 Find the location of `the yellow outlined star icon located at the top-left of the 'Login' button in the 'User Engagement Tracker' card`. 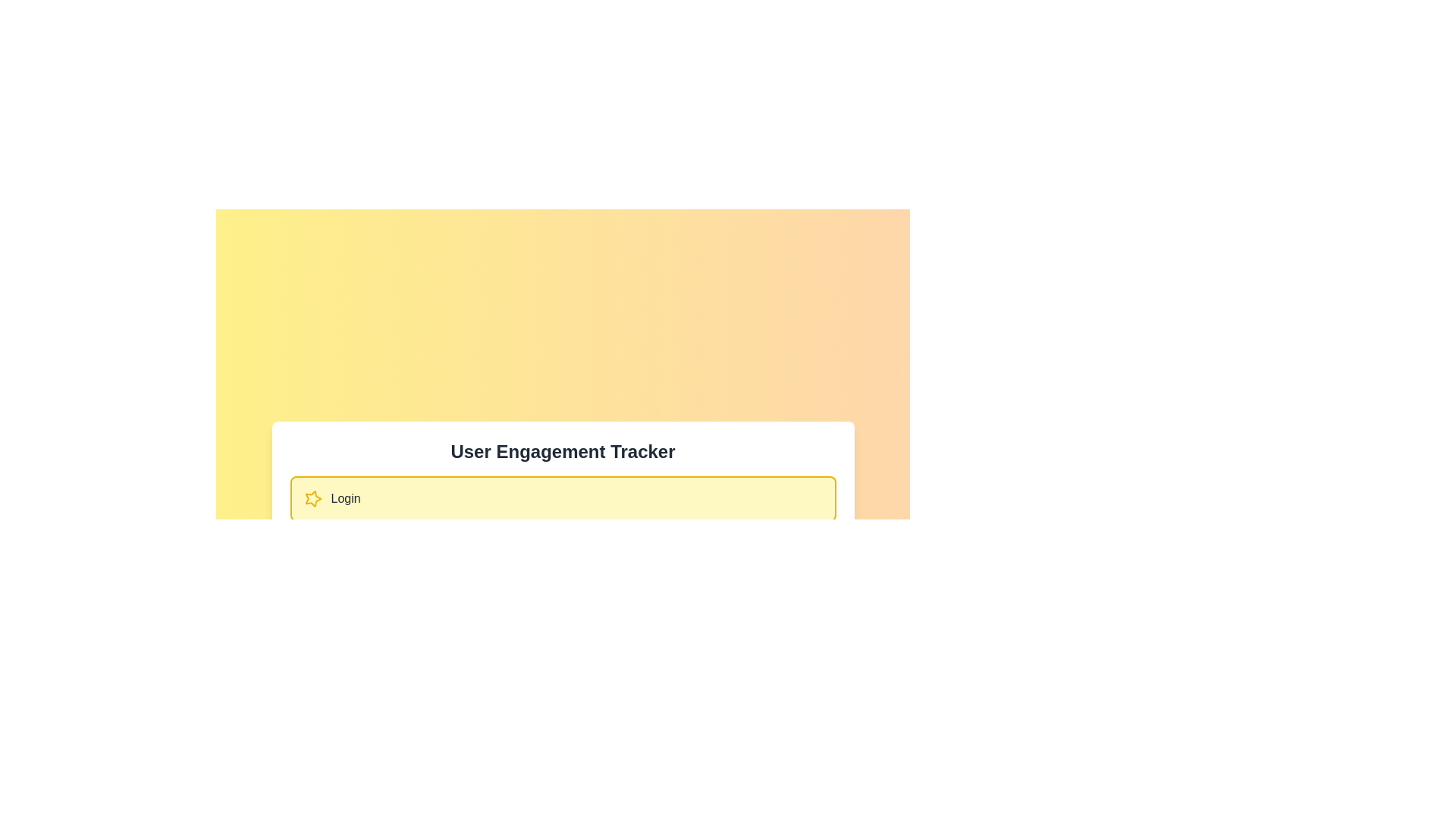

the yellow outlined star icon located at the top-left of the 'Login' button in the 'User Engagement Tracker' card is located at coordinates (312, 499).